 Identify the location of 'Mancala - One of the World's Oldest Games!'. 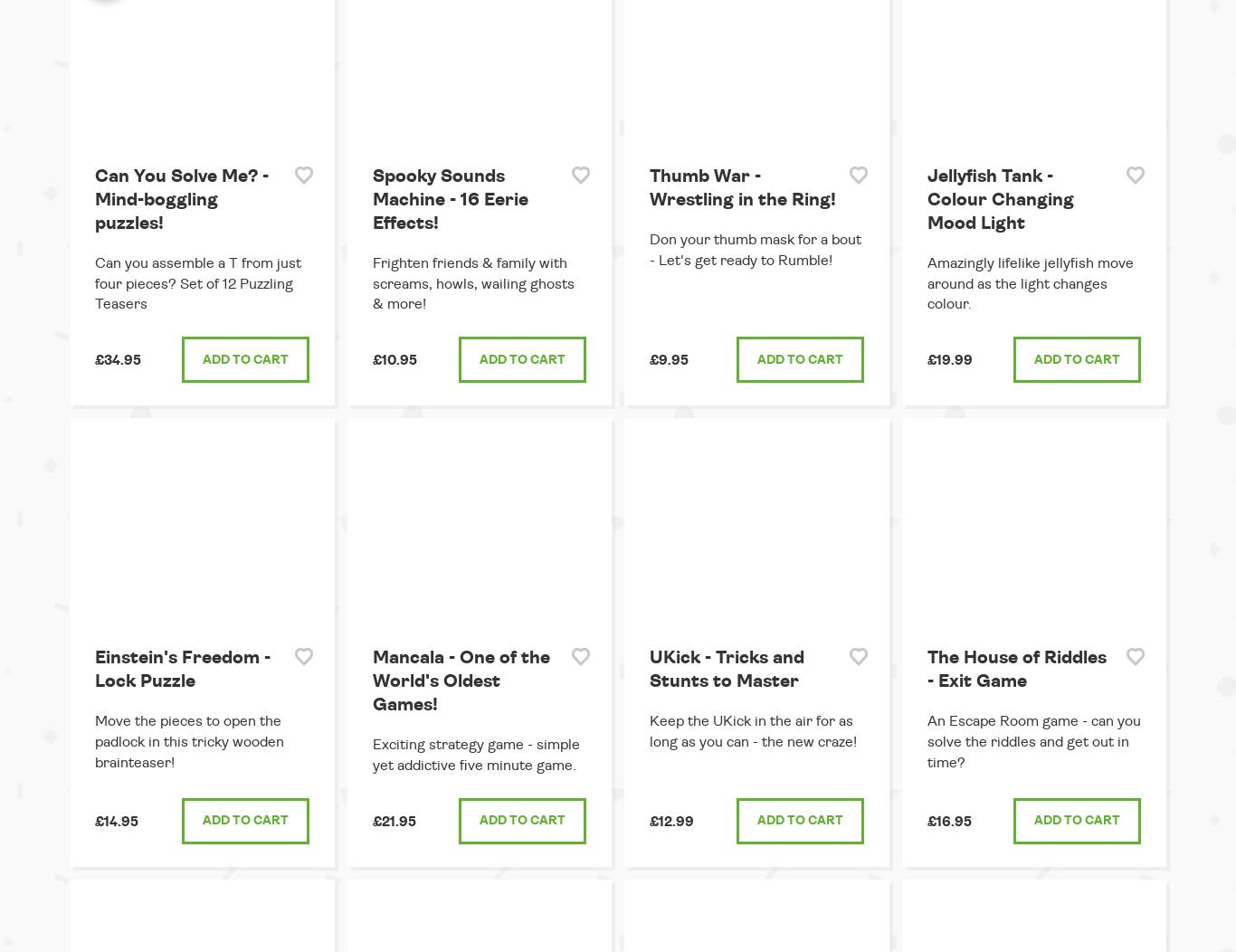
(371, 681).